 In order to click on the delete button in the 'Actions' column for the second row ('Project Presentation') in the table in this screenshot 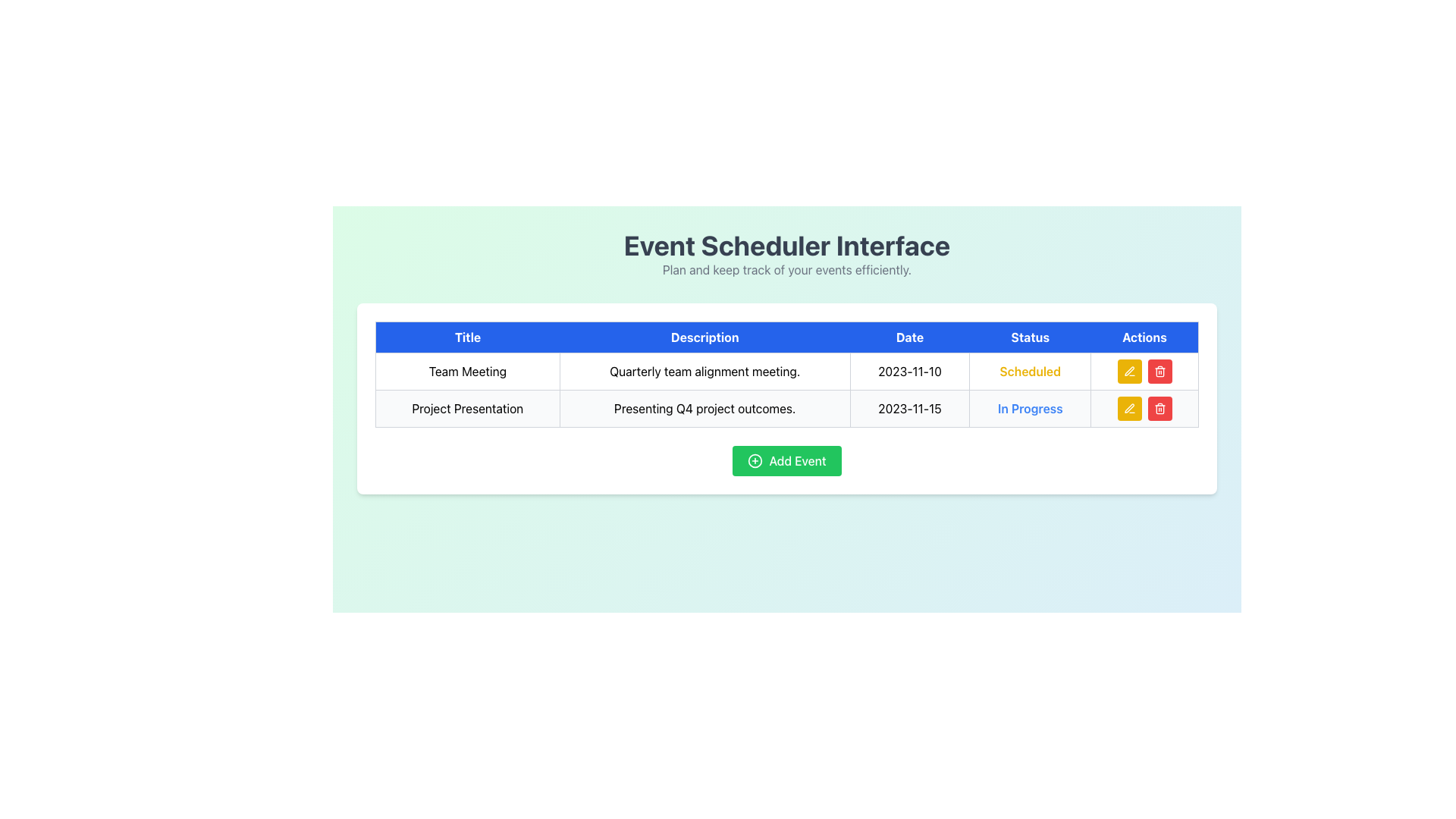, I will do `click(1159, 371)`.